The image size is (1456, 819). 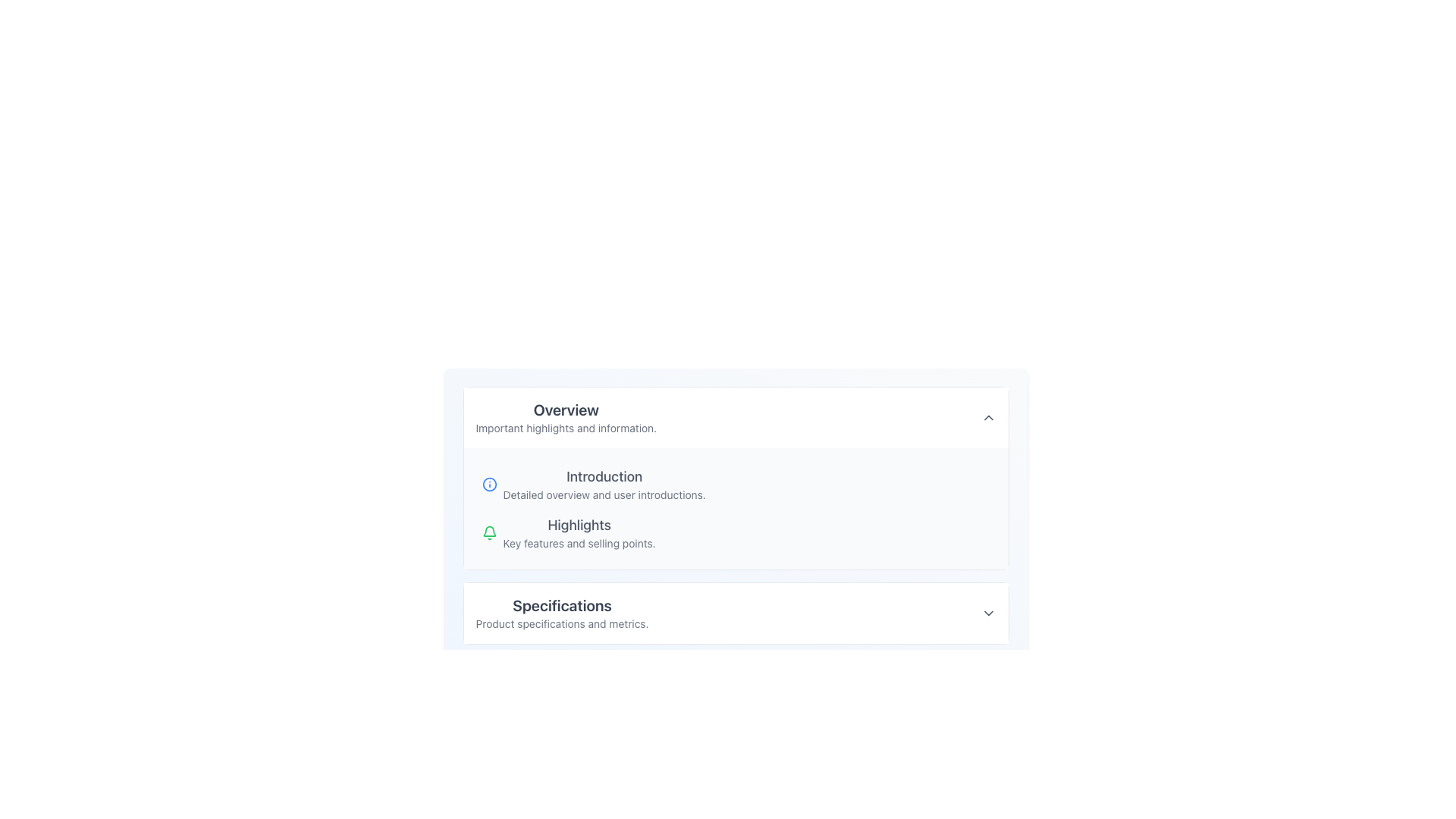 I want to click on the text label displaying 'Detailed overview and user introductions.' which is positioned directly beneath the 'Introduction' header, so click(x=604, y=494).